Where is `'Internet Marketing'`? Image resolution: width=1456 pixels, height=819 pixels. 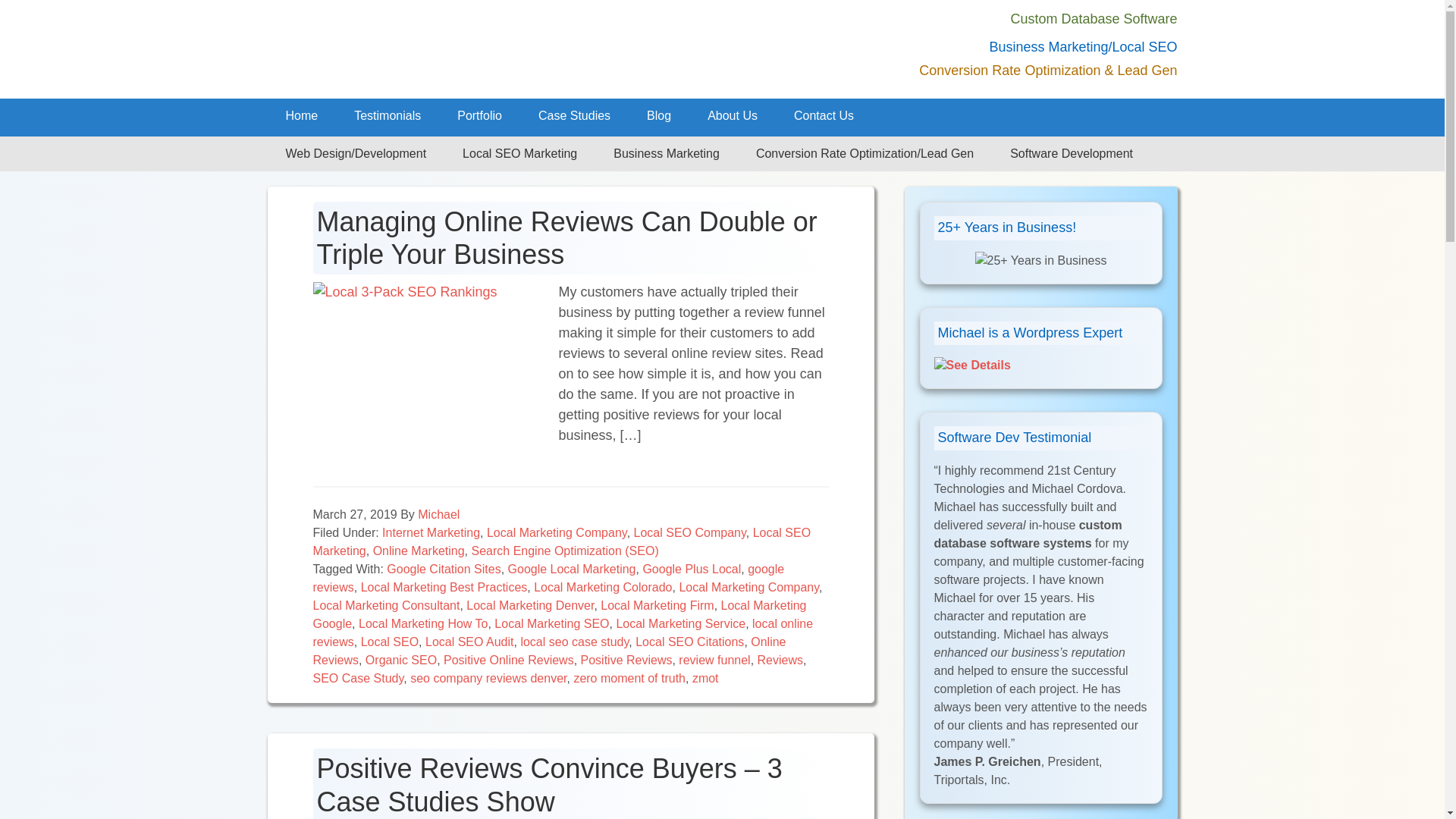
'Internet Marketing' is located at coordinates (382, 532).